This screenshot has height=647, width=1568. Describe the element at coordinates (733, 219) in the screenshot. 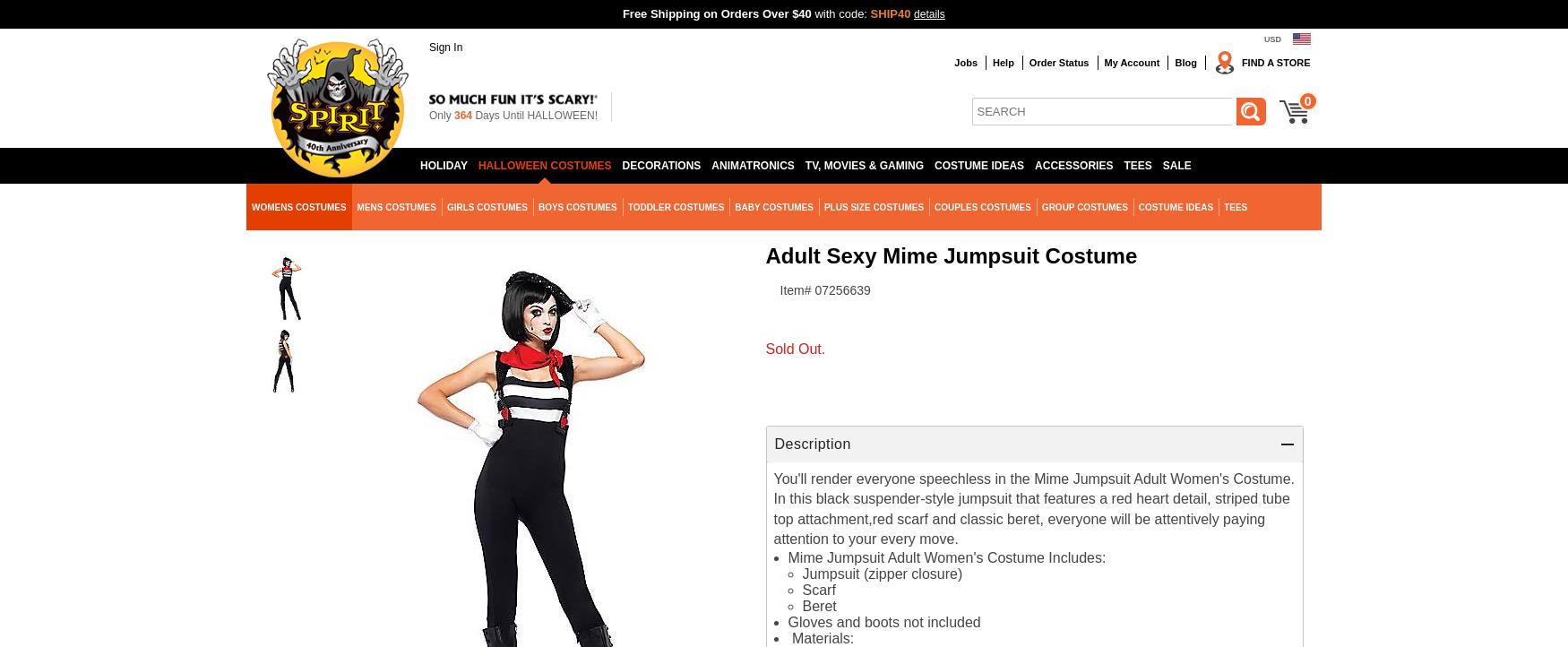

I see `'Classic Womens Costumes'` at that location.